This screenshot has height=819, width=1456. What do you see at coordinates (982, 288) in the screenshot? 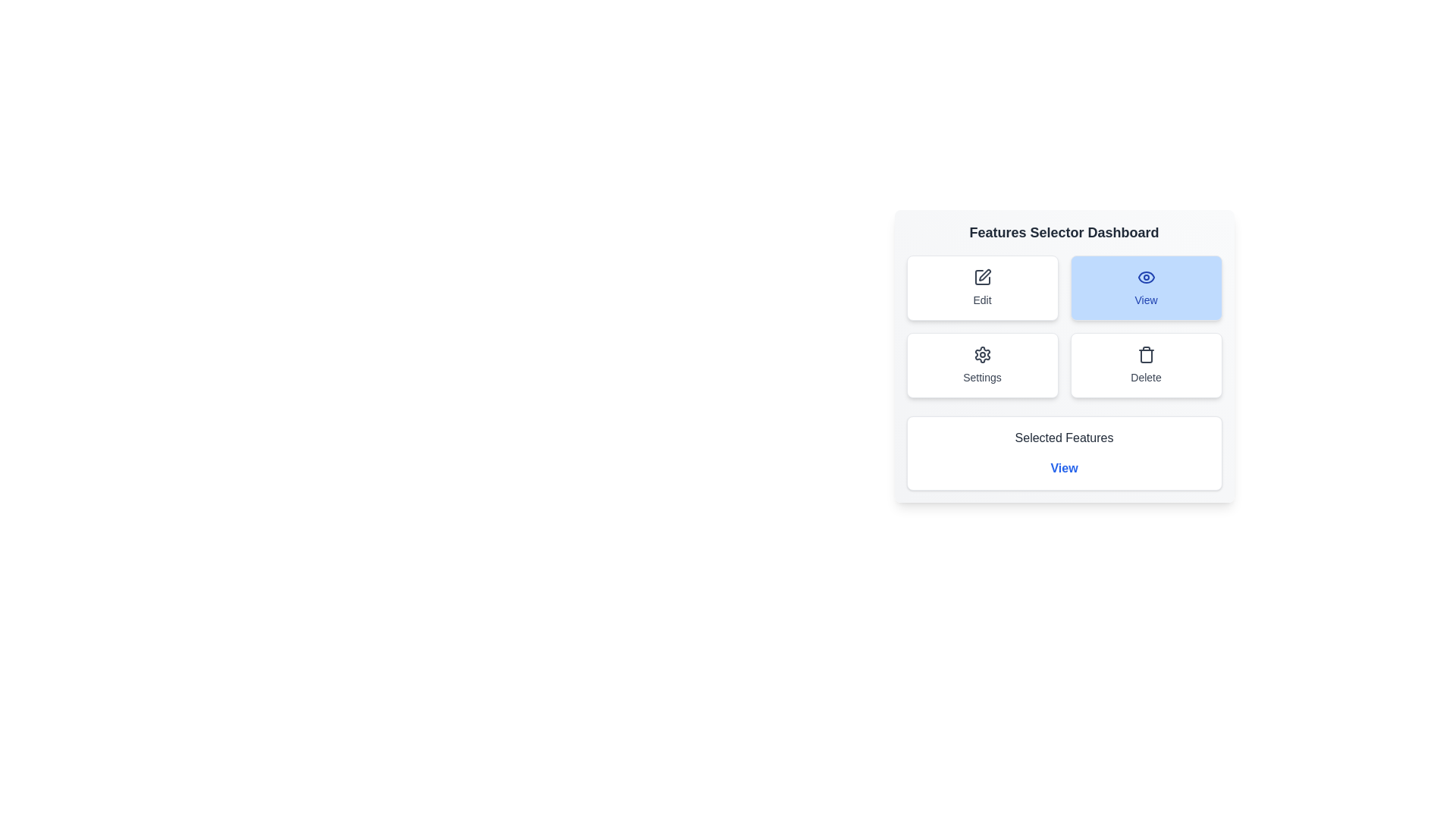
I see `the feature button edit` at bounding box center [982, 288].